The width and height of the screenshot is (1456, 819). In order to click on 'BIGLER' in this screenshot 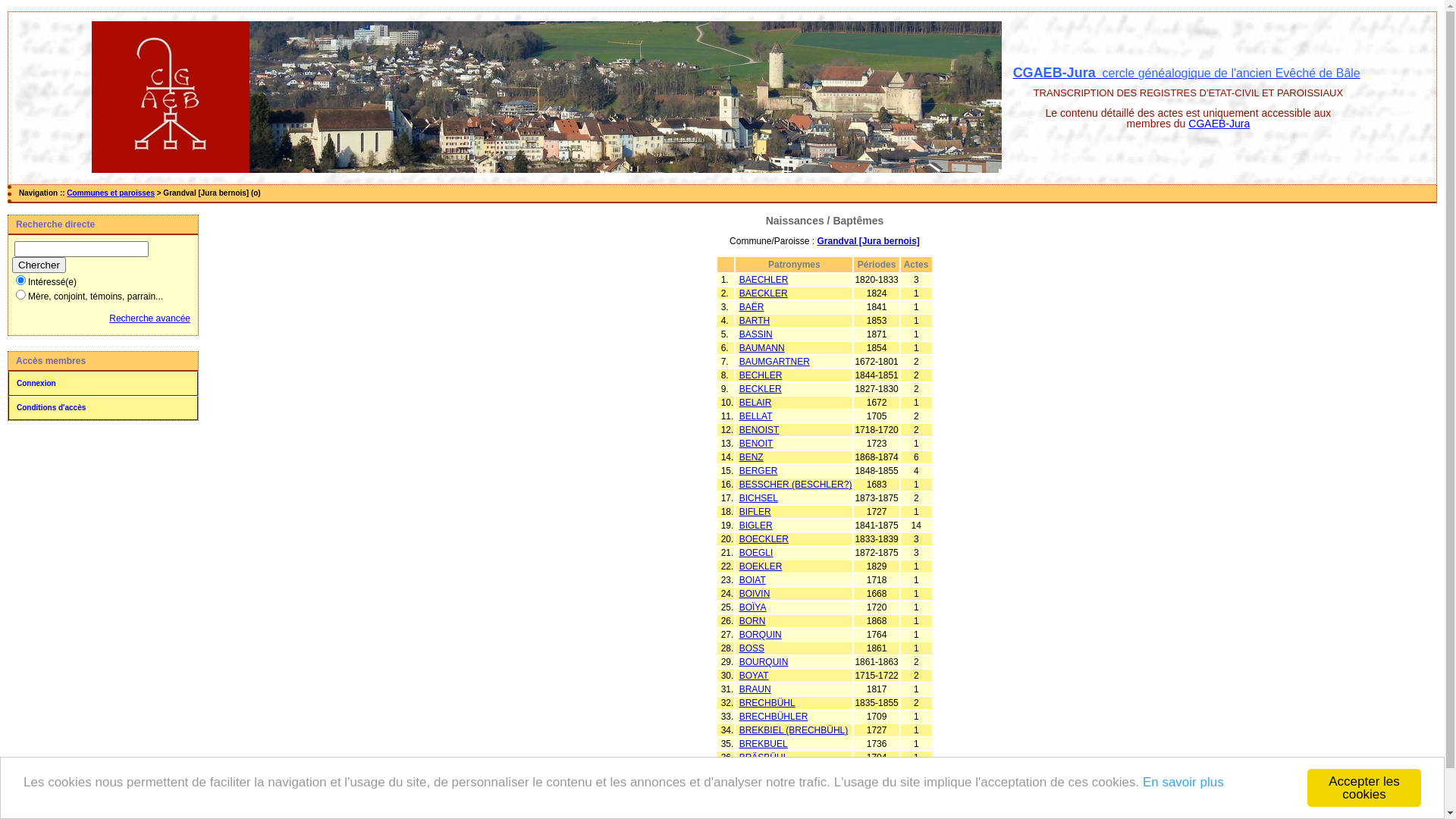, I will do `click(756, 525)`.